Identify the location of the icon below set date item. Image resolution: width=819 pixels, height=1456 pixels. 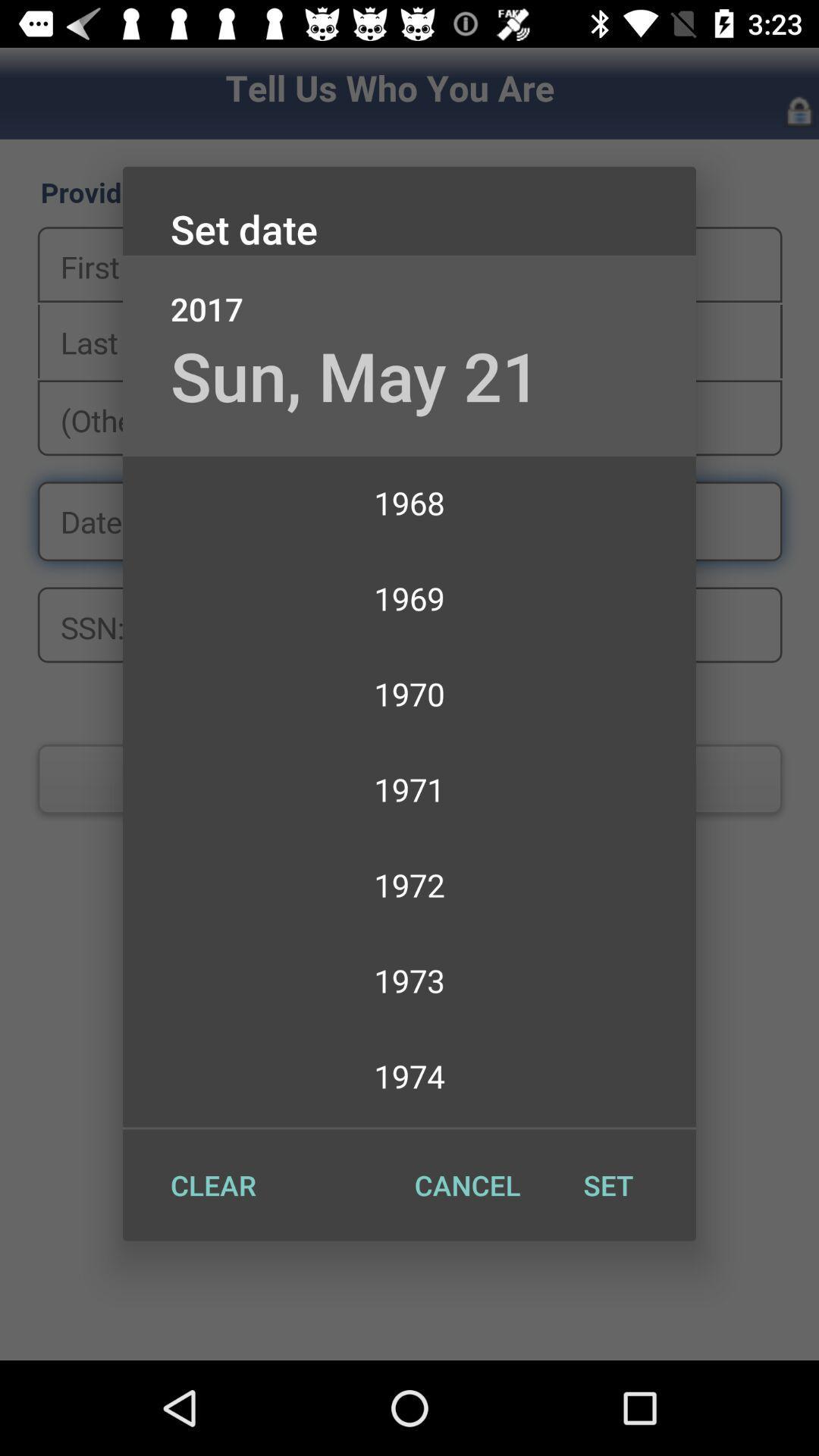
(409, 293).